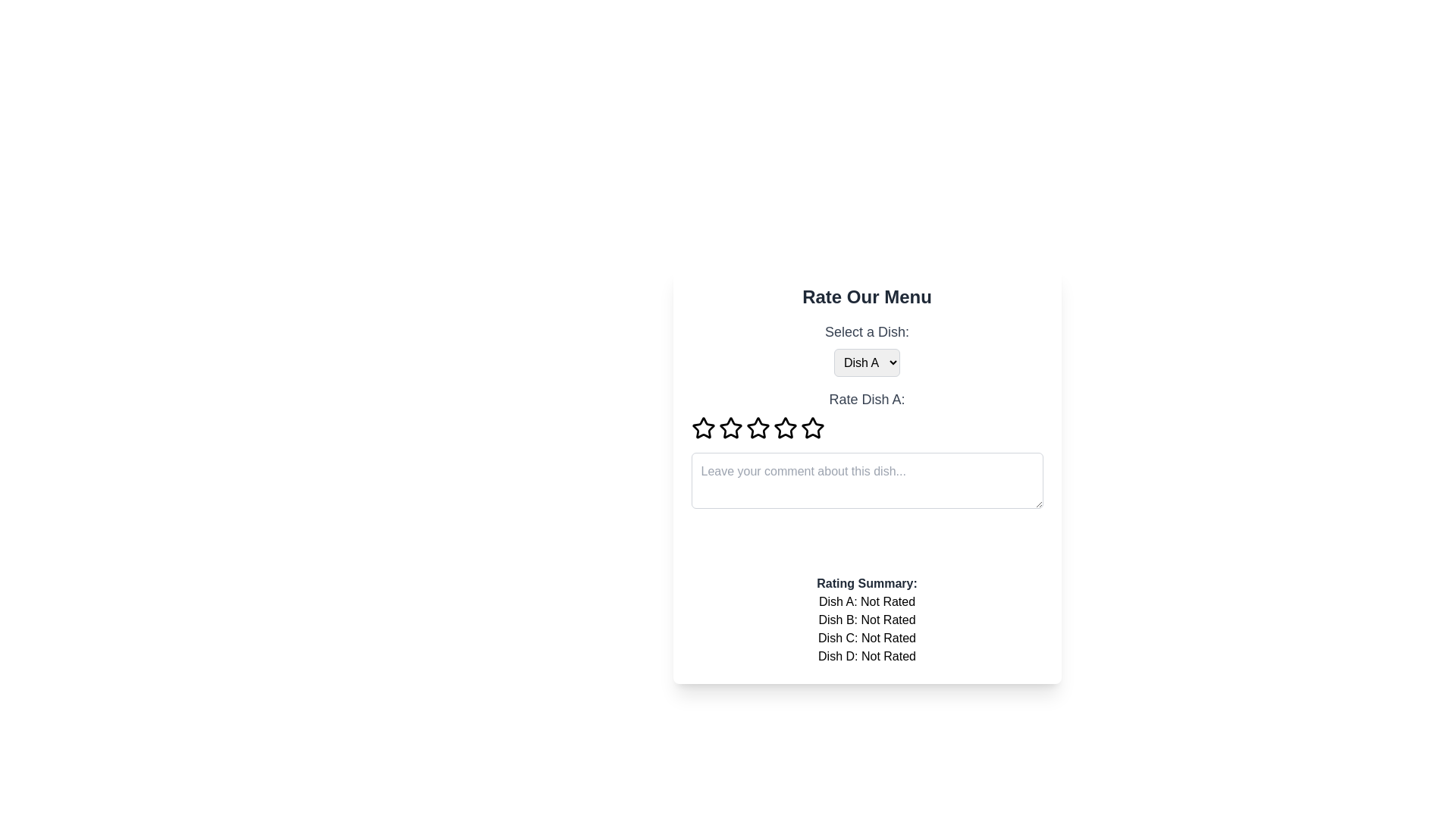  What do you see at coordinates (811, 428) in the screenshot?
I see `the fifth Rating star icon` at bounding box center [811, 428].